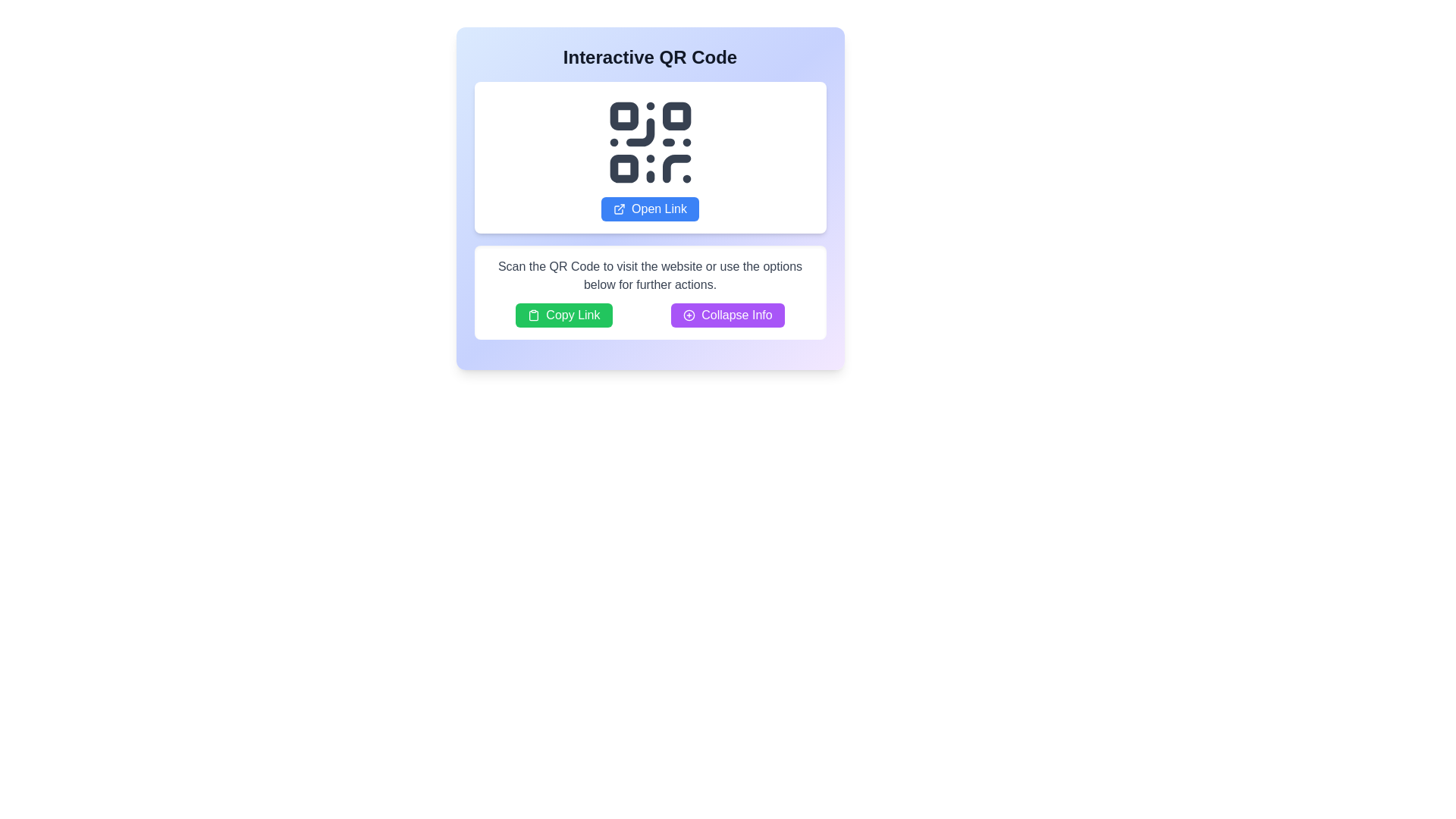 The height and width of the screenshot is (819, 1456). I want to click on the small black square with rounded corners located in the bottom left corner of the QR code, which is the third square from the top-left within the SVG graphic, so click(623, 168).